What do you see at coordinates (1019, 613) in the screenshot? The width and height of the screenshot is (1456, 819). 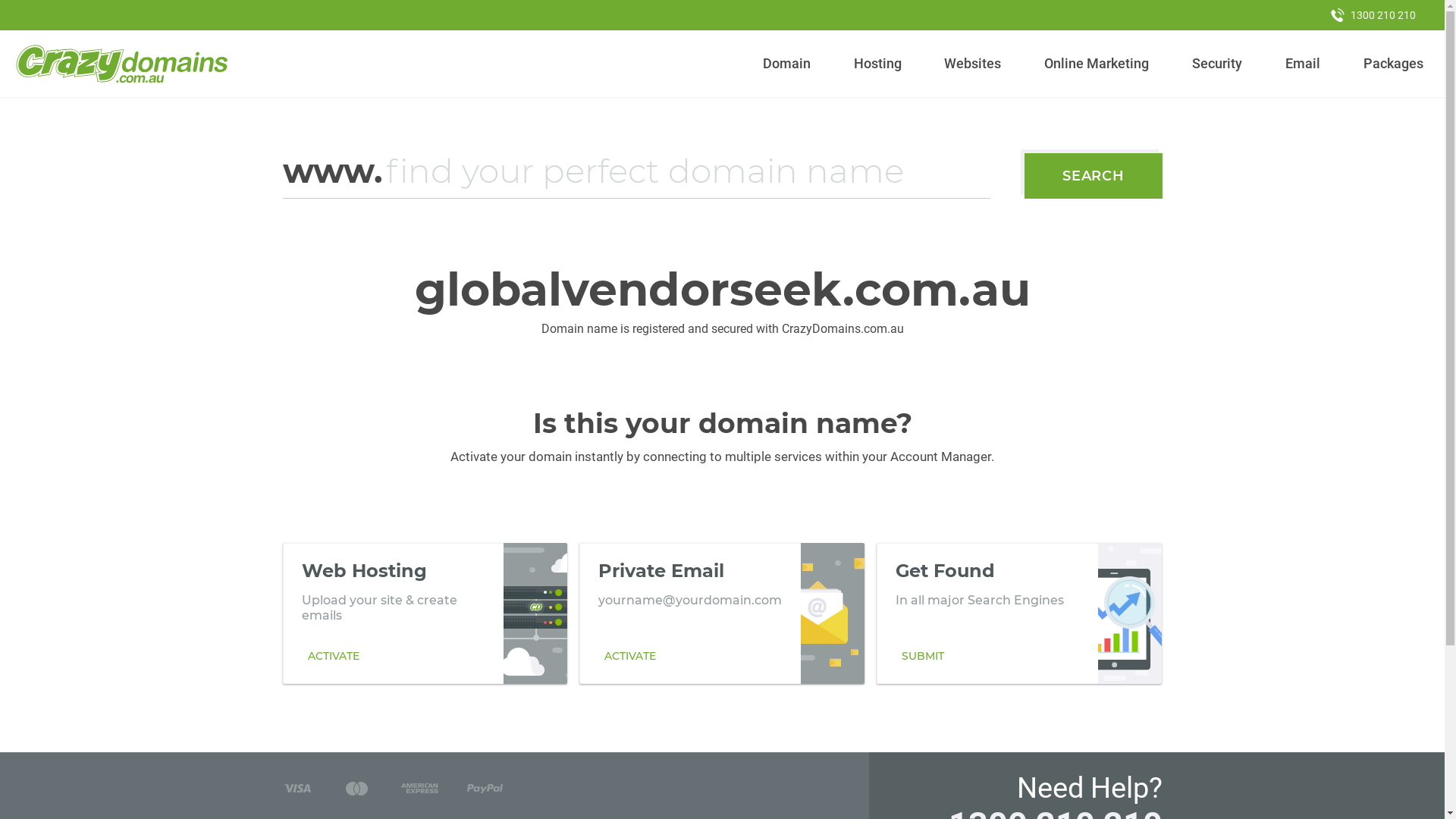 I see `'Get Found` at bounding box center [1019, 613].